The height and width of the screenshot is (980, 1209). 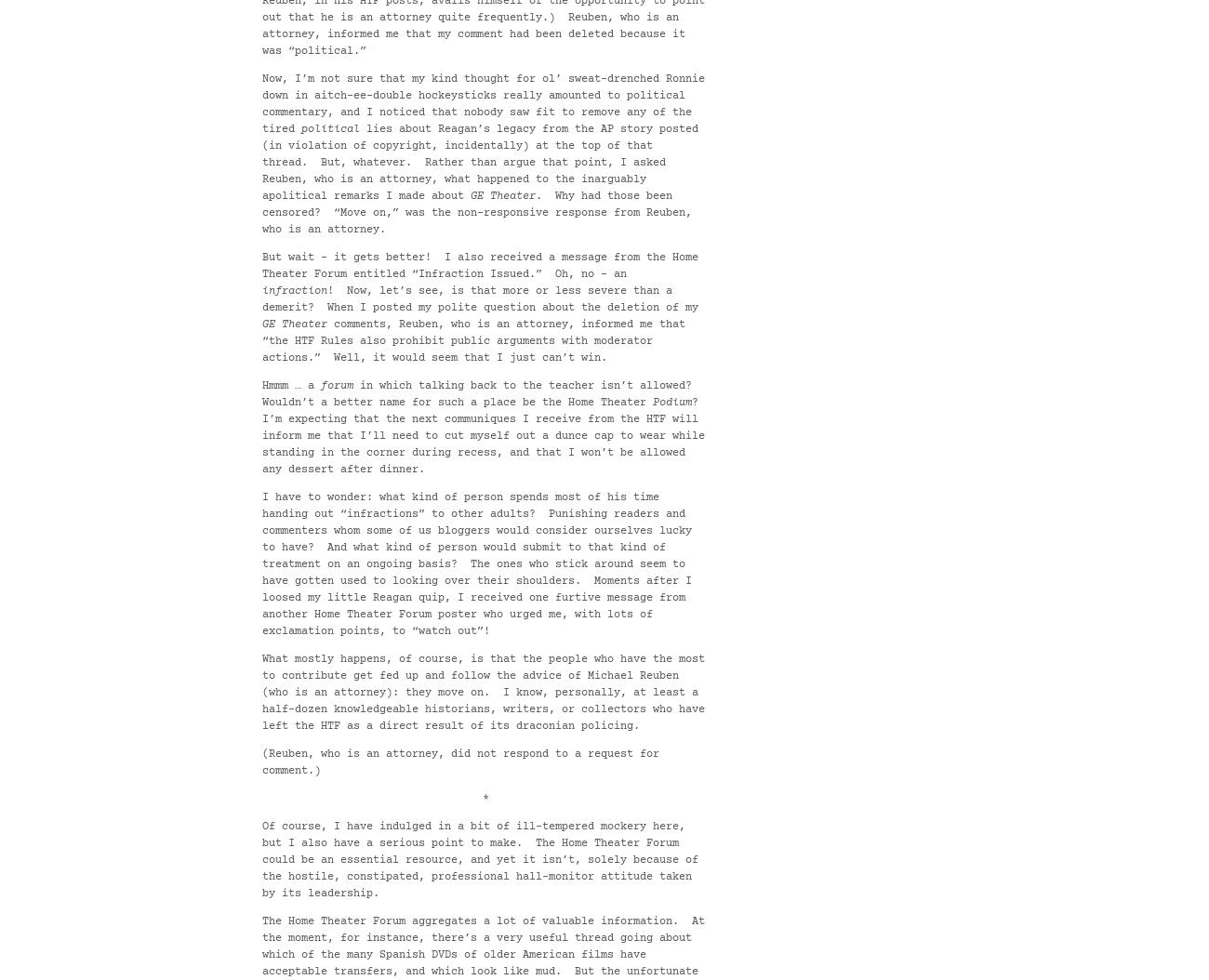 What do you see at coordinates (329, 129) in the screenshot?
I see `'political'` at bounding box center [329, 129].